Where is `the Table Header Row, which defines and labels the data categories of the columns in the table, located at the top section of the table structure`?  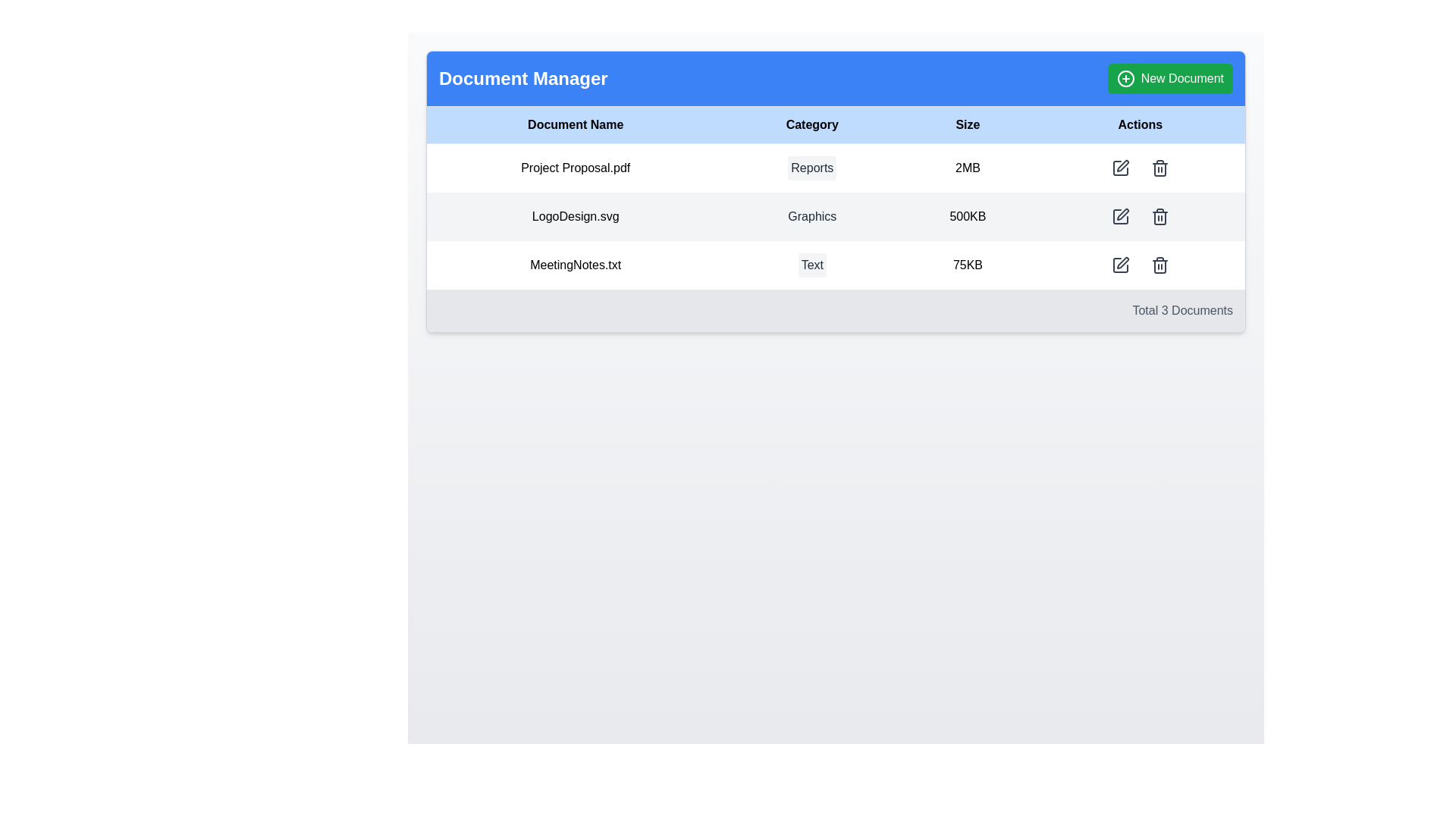
the Table Header Row, which defines and labels the data categories of the columns in the table, located at the top section of the table structure is located at coordinates (835, 124).